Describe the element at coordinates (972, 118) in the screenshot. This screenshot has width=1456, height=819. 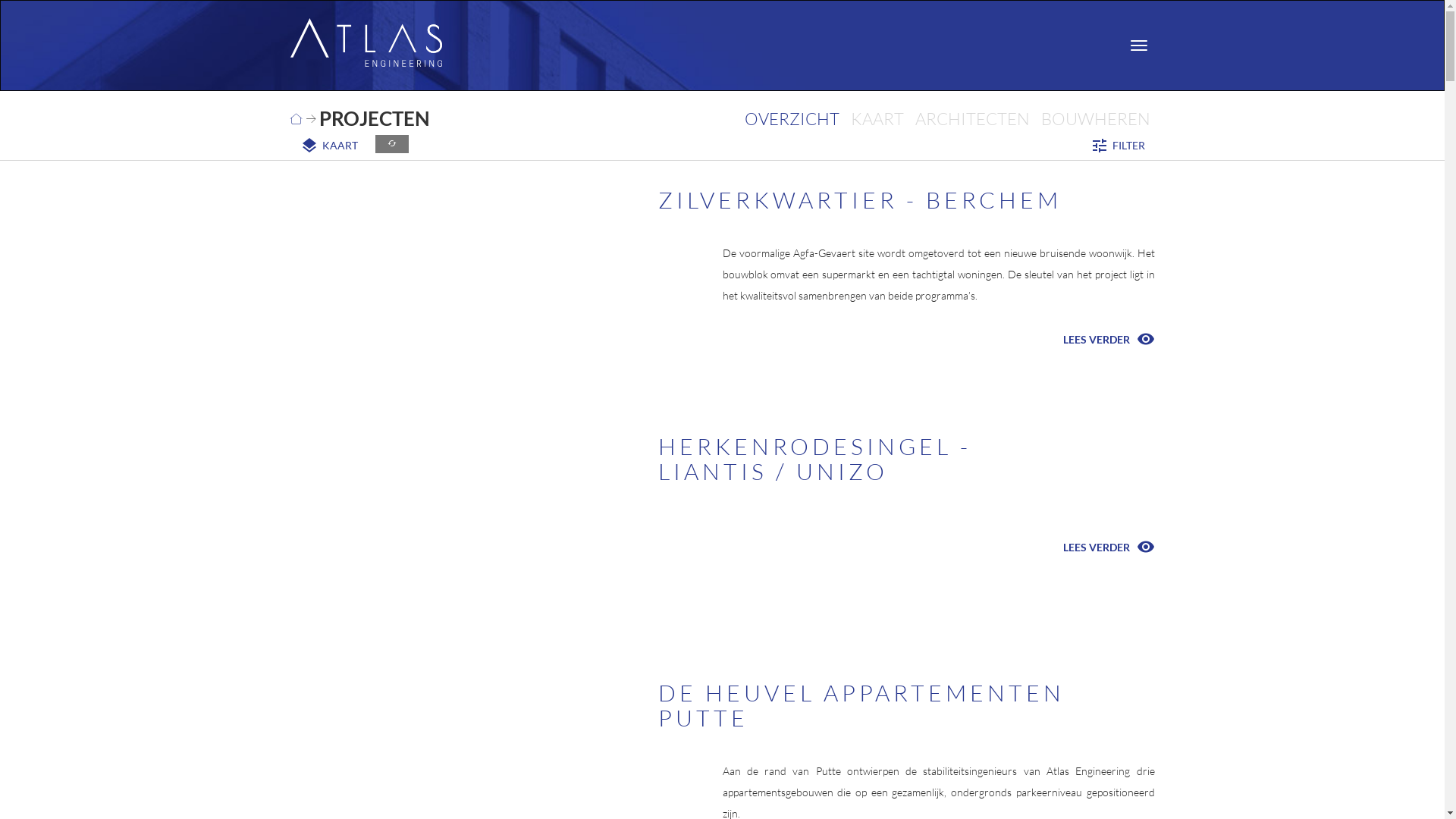
I see `'ARCHITECTEN'` at that location.